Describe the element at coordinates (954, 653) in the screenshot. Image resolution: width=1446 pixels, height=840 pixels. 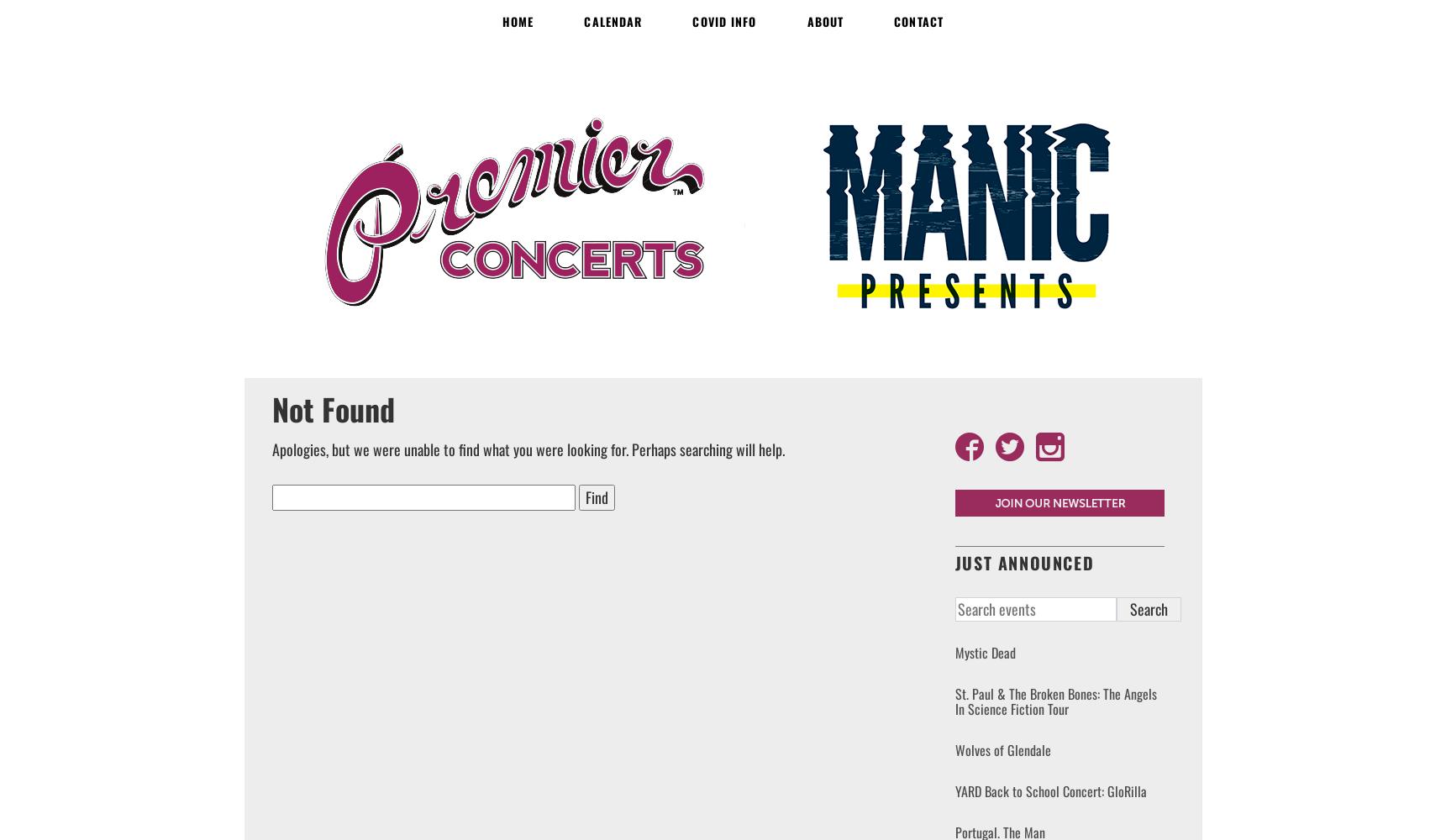
I see `'Mystic Dead'` at that location.